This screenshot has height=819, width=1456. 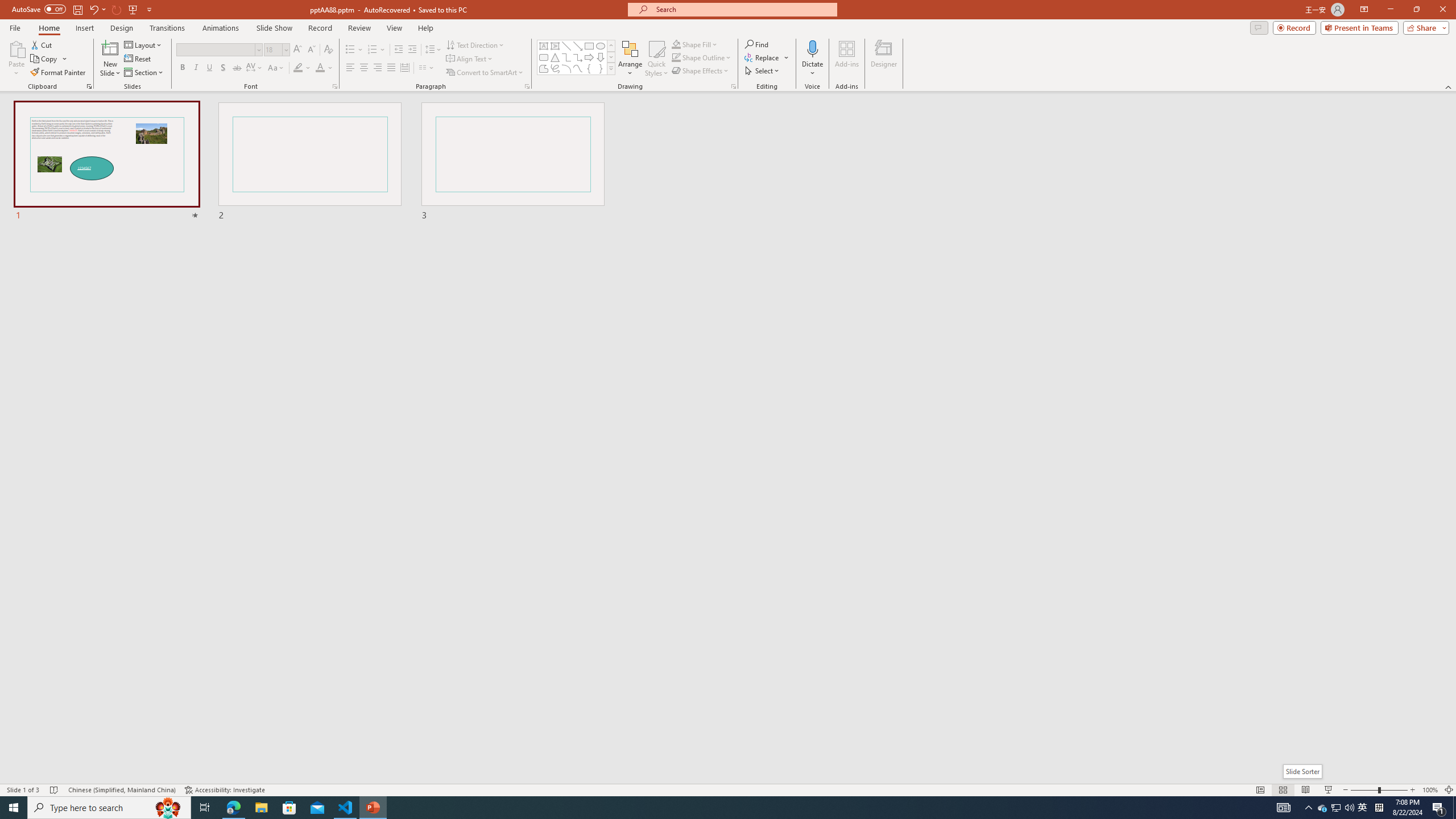 I want to click on 'Bullets', so click(x=350, y=49).